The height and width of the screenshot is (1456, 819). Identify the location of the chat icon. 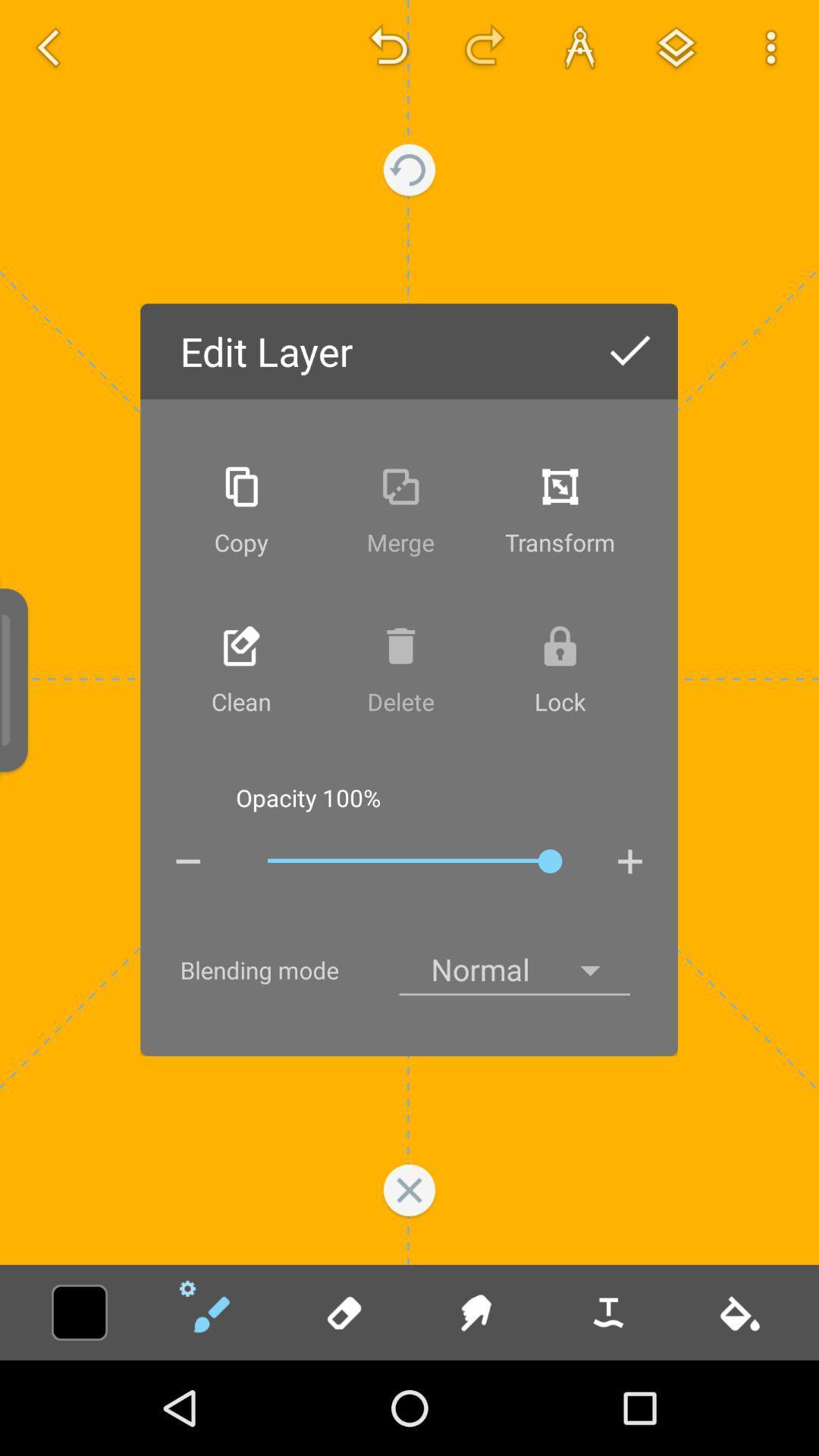
(475, 1312).